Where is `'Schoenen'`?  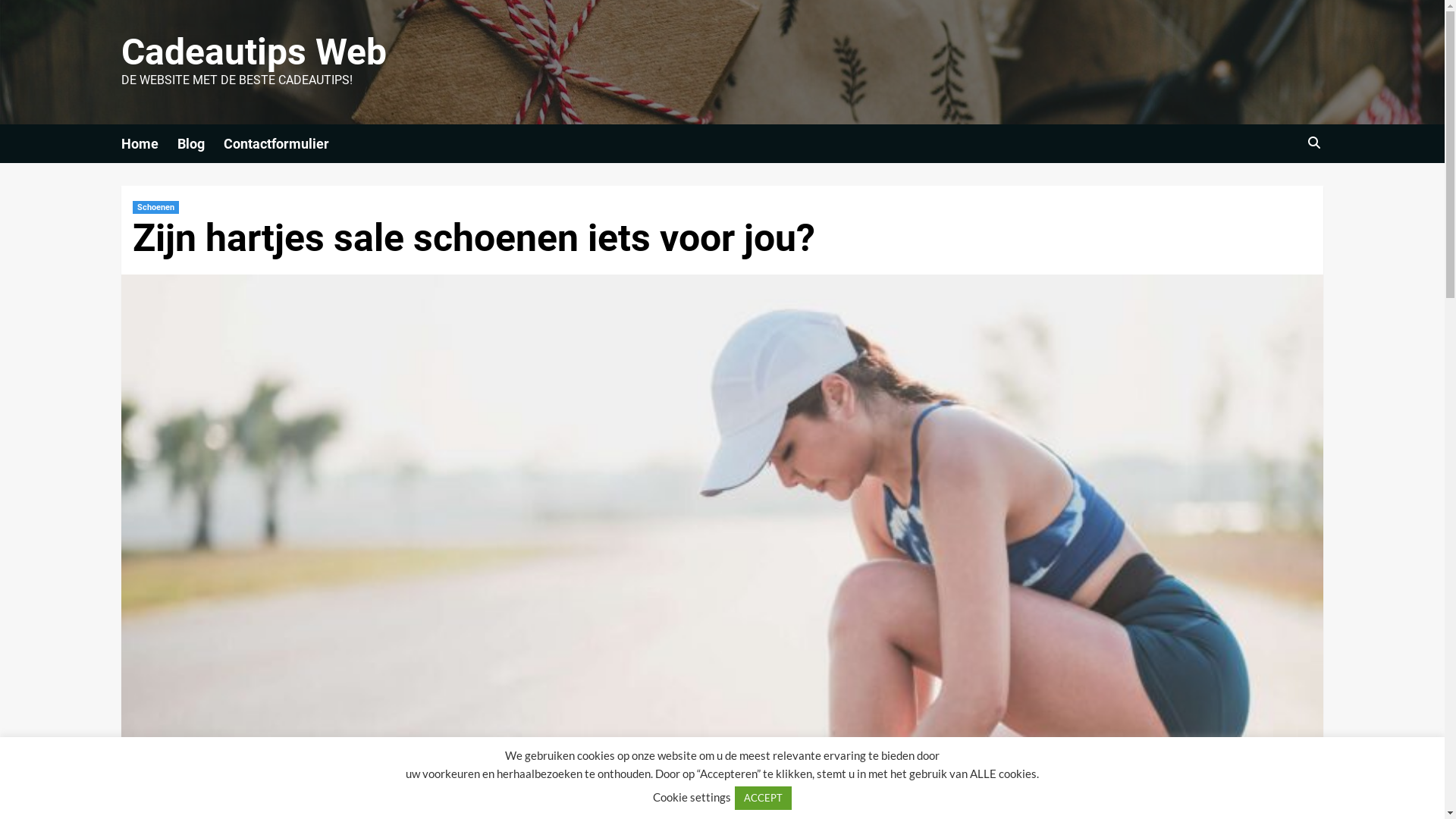 'Schoenen' is located at coordinates (155, 207).